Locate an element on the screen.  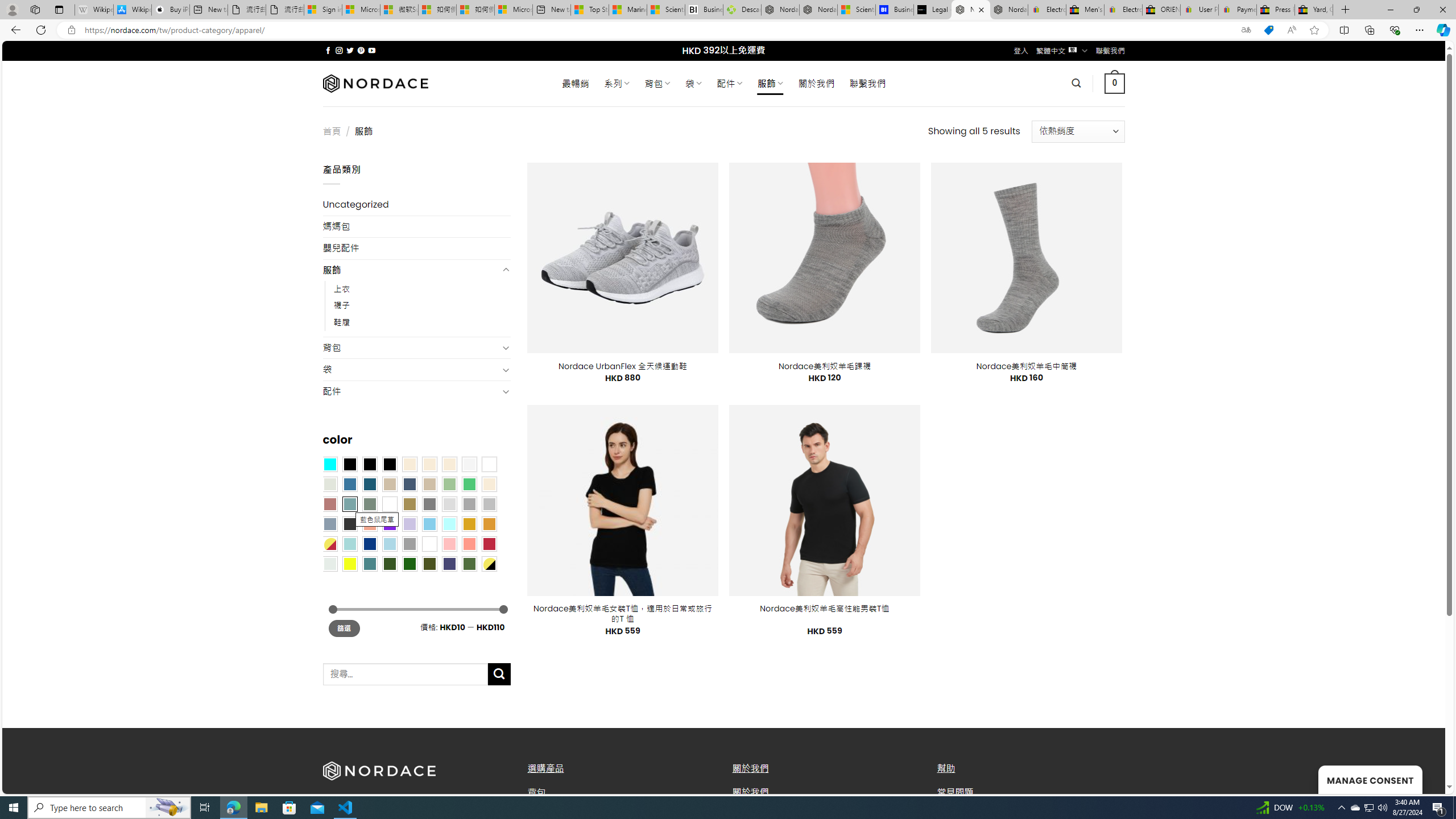
'Buy iPad - Apple' is located at coordinates (170, 9).